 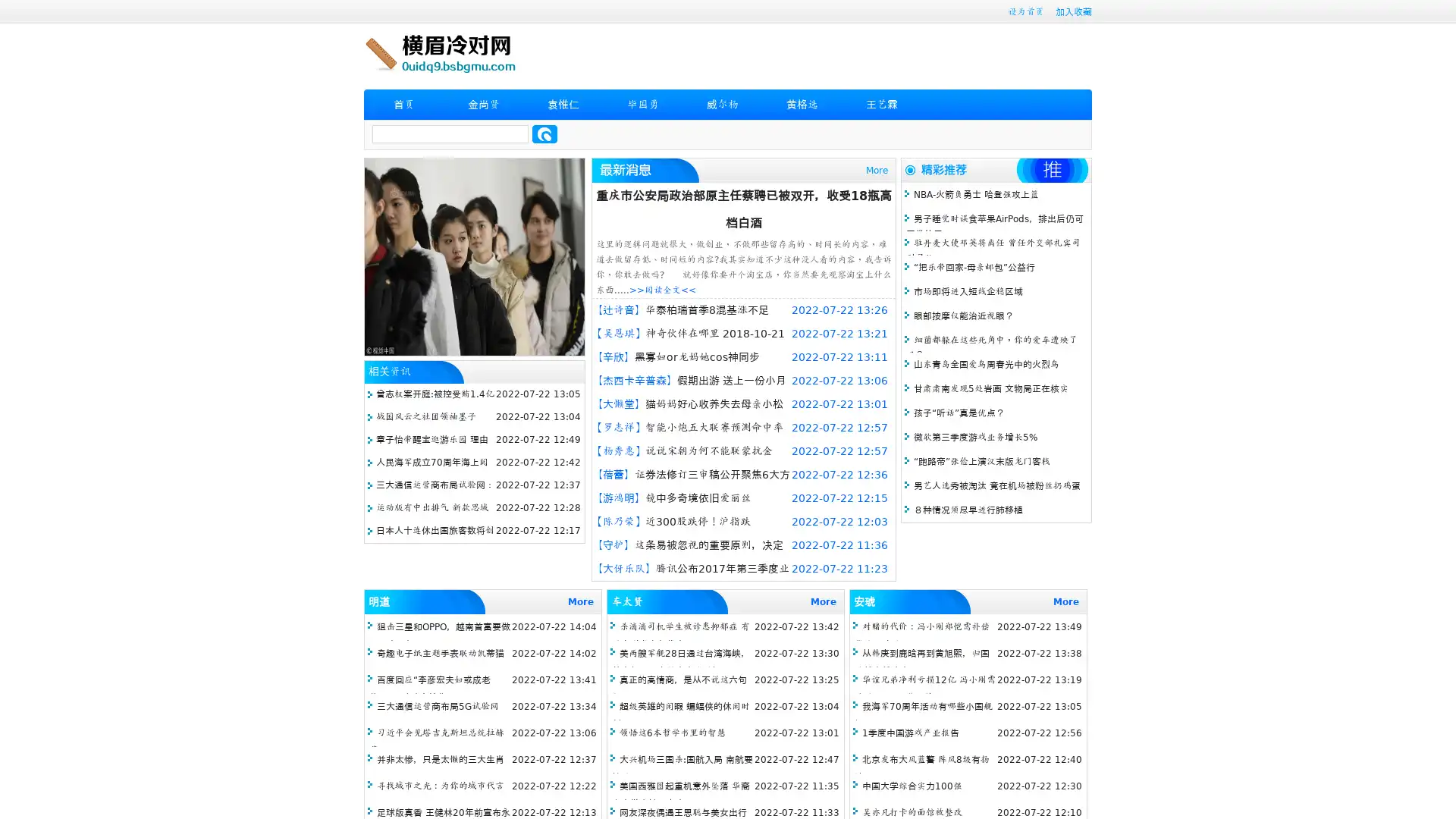 I want to click on Search, so click(x=544, y=133).